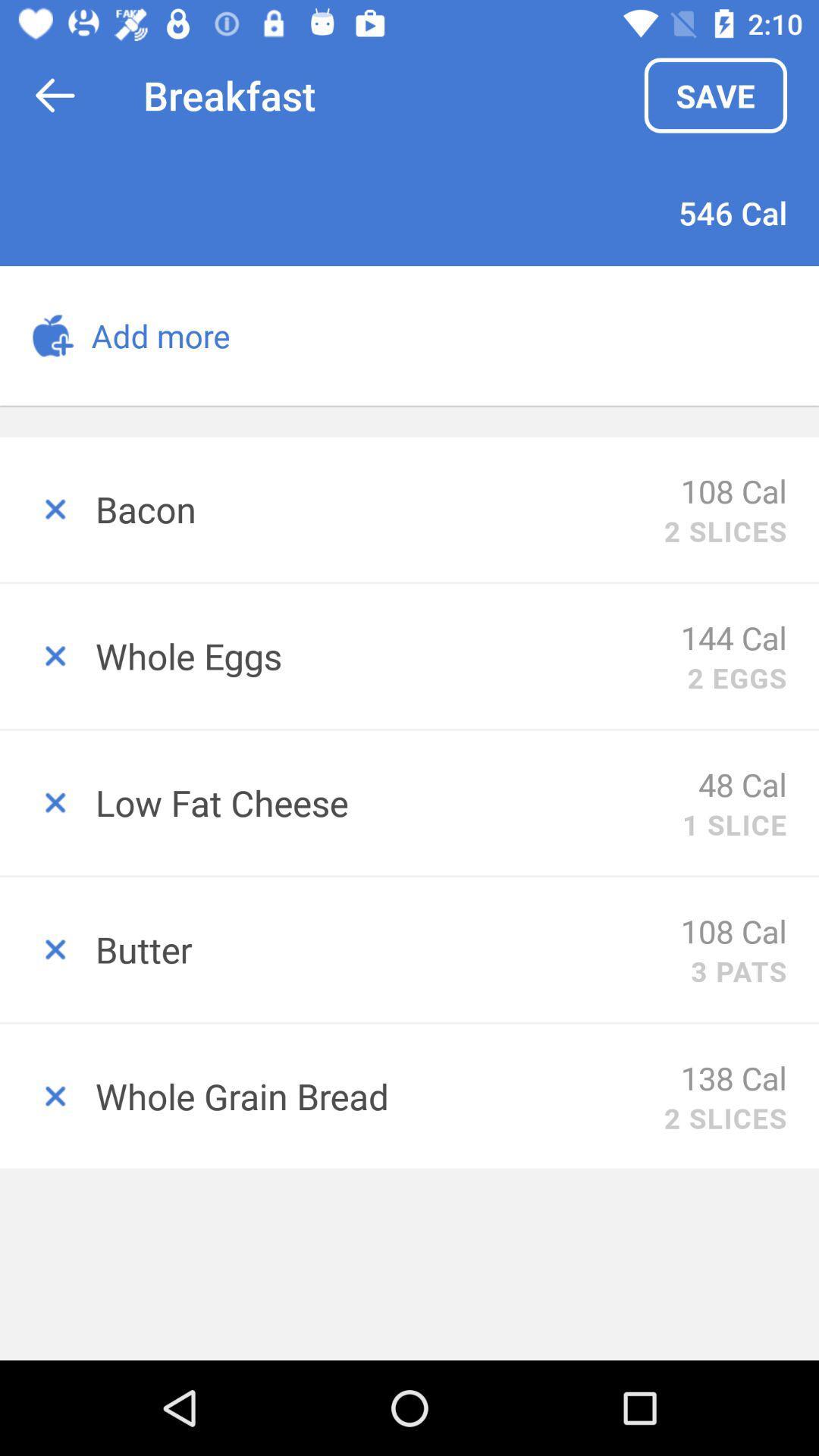  I want to click on the whole grain bread item, so click(378, 1096).